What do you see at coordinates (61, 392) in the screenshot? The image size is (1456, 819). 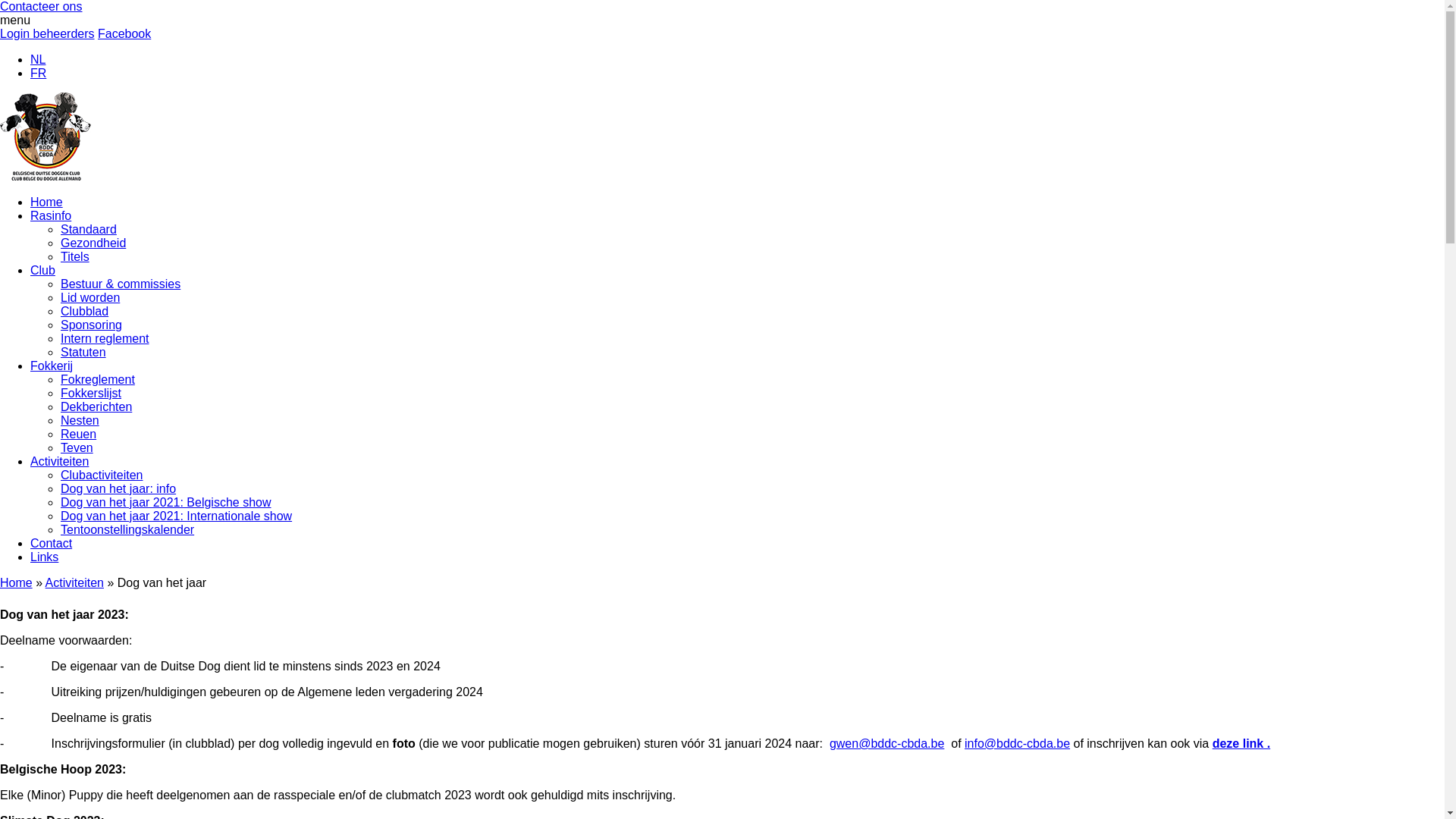 I see `'Fokkerslijst'` at bounding box center [61, 392].